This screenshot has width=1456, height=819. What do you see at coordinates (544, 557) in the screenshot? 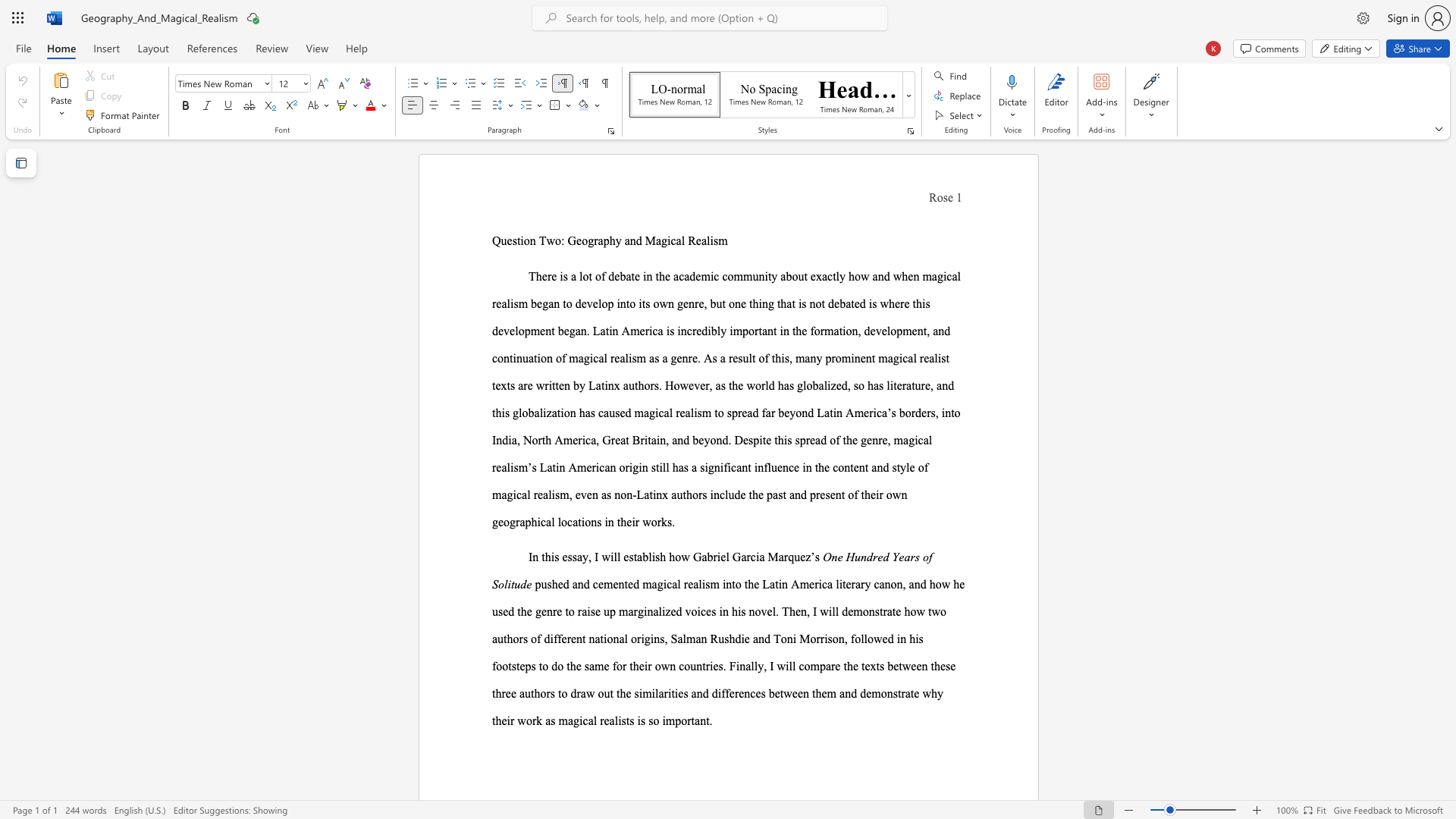
I see `the subset text "his es" within the text "In this essay, I will"` at bounding box center [544, 557].